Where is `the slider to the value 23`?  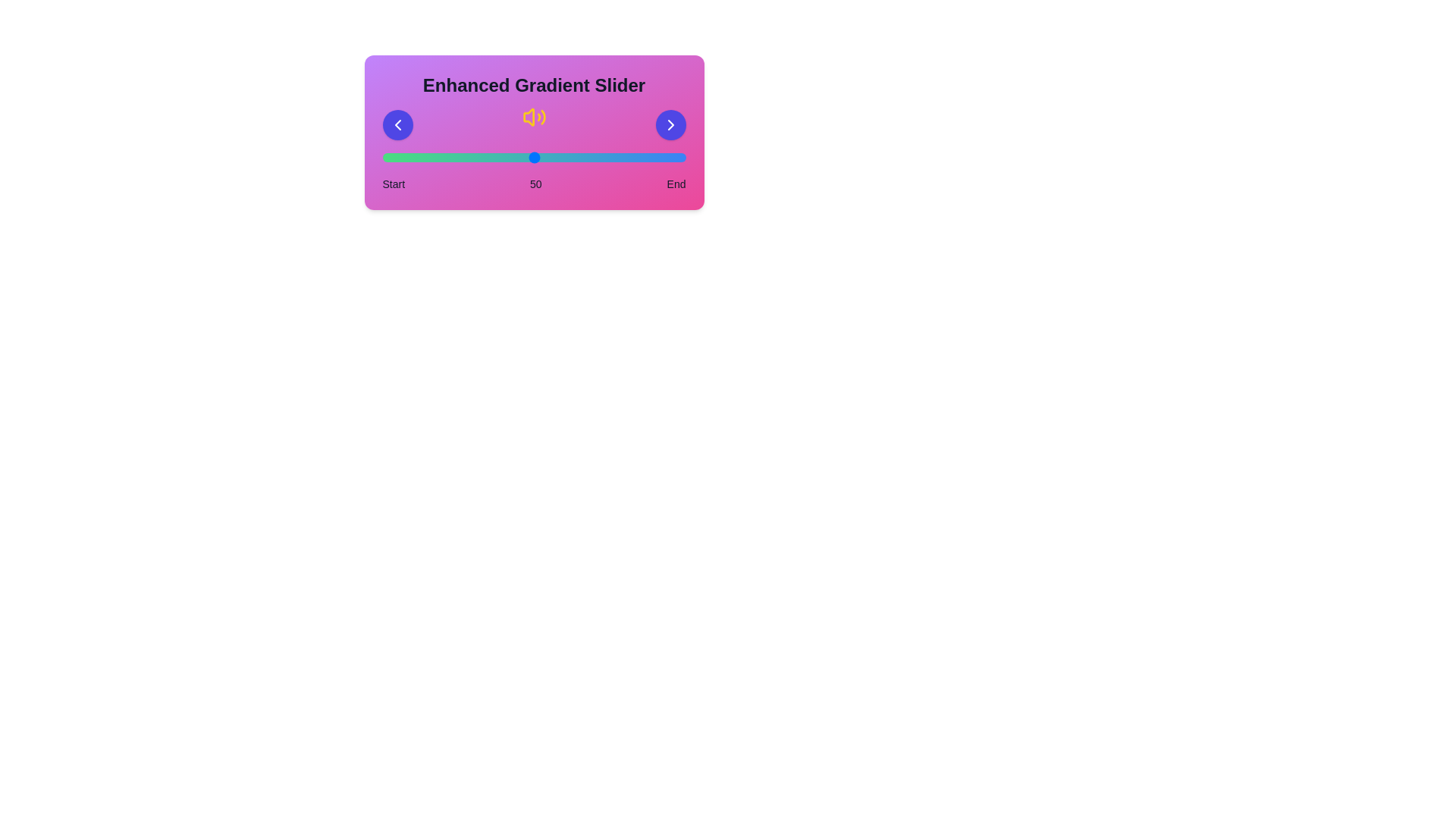 the slider to the value 23 is located at coordinates (451, 158).